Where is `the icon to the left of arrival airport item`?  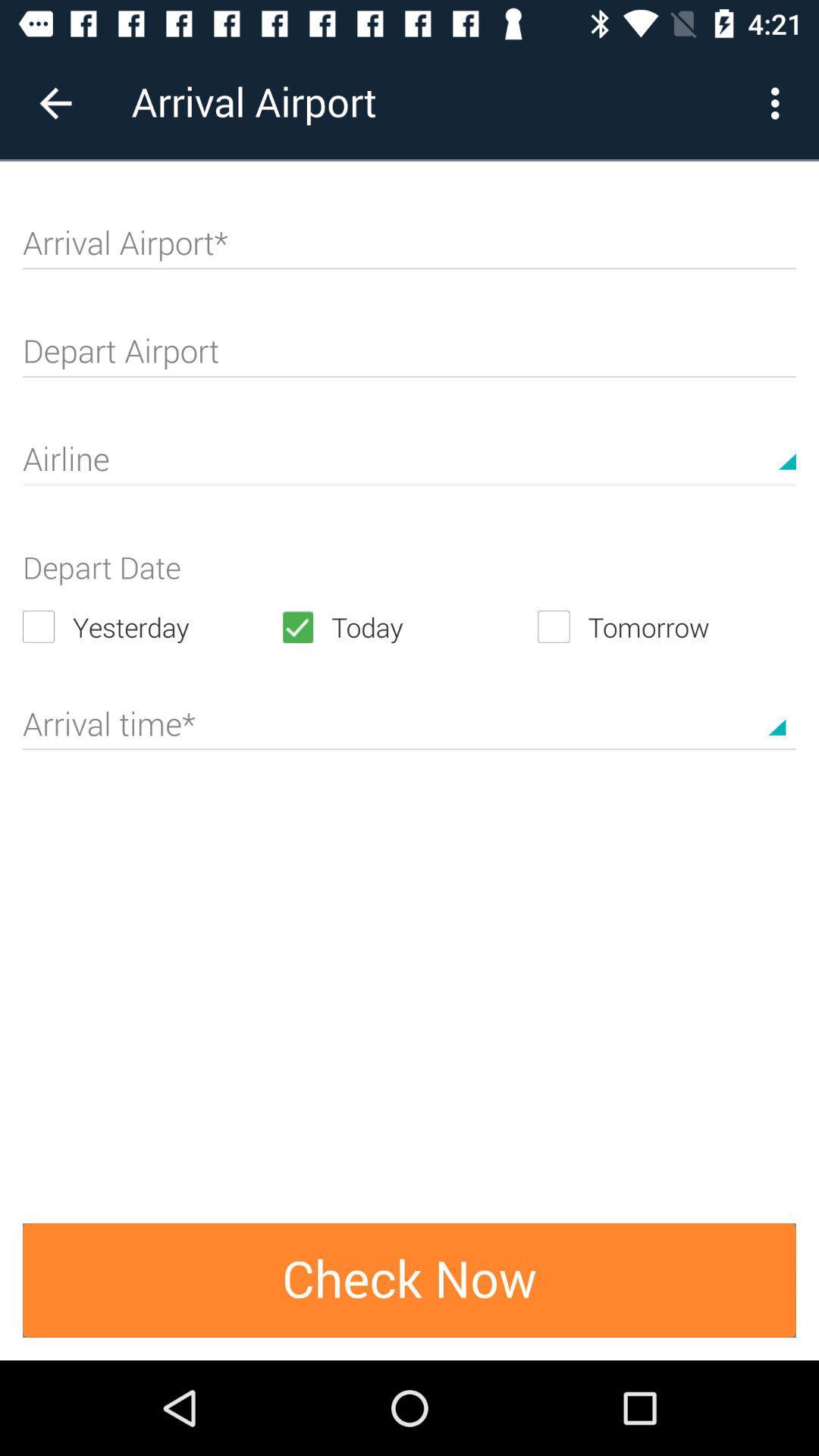 the icon to the left of arrival airport item is located at coordinates (55, 102).